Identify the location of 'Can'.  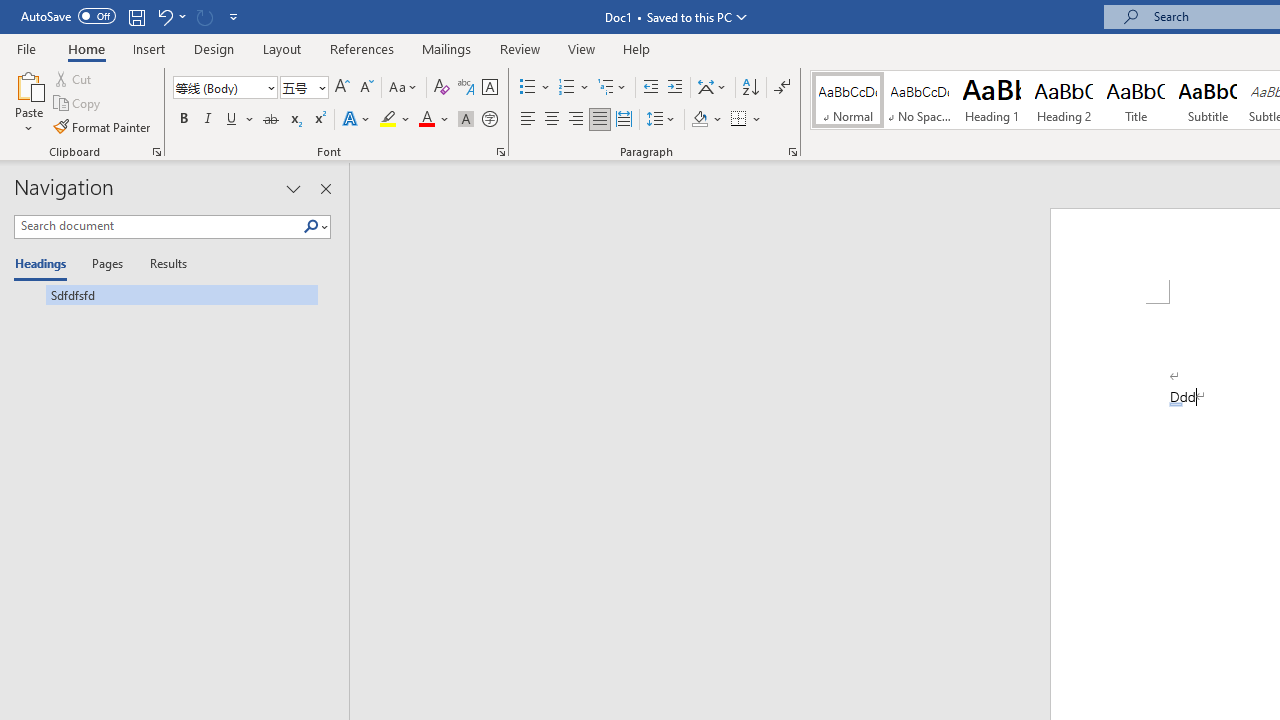
(204, 16).